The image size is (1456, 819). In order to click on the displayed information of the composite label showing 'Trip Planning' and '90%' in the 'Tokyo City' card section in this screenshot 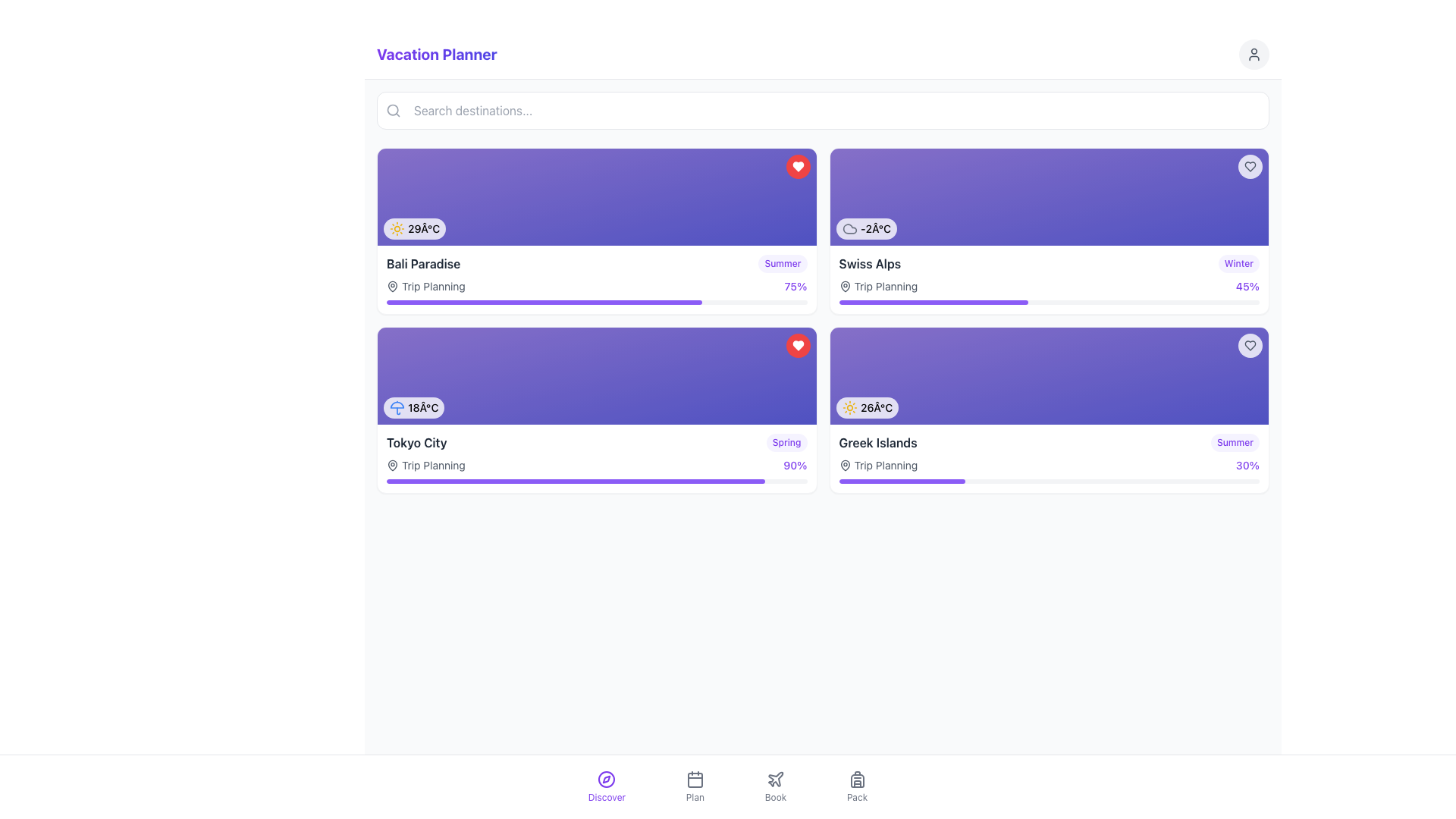, I will do `click(596, 464)`.